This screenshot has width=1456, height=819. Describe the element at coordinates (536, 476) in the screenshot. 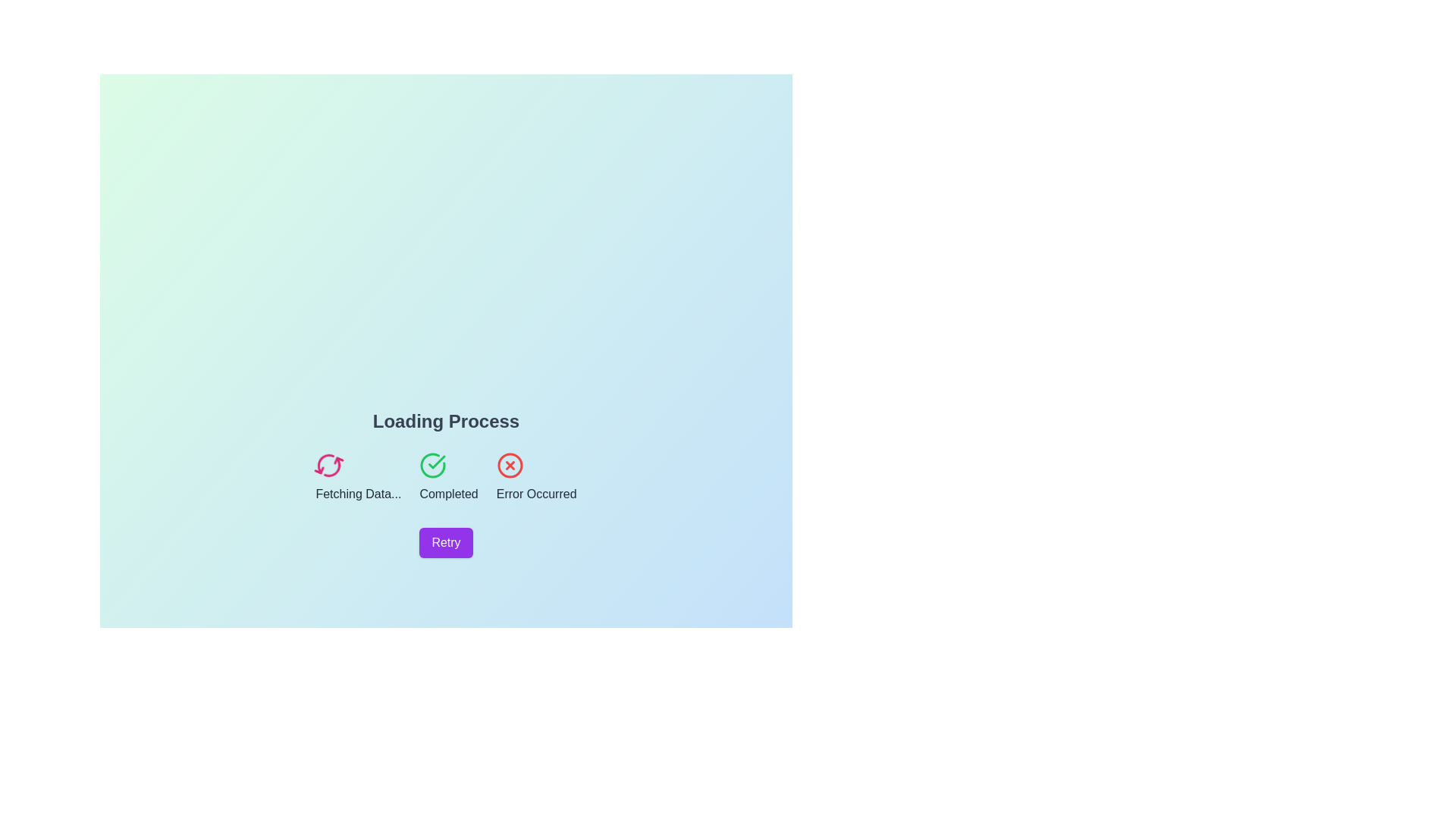

I see `status indicated by the error status indicator, which is the third in a sequence of three horizontal status indicators, located to the right of the 'Completed' status indicator` at that location.